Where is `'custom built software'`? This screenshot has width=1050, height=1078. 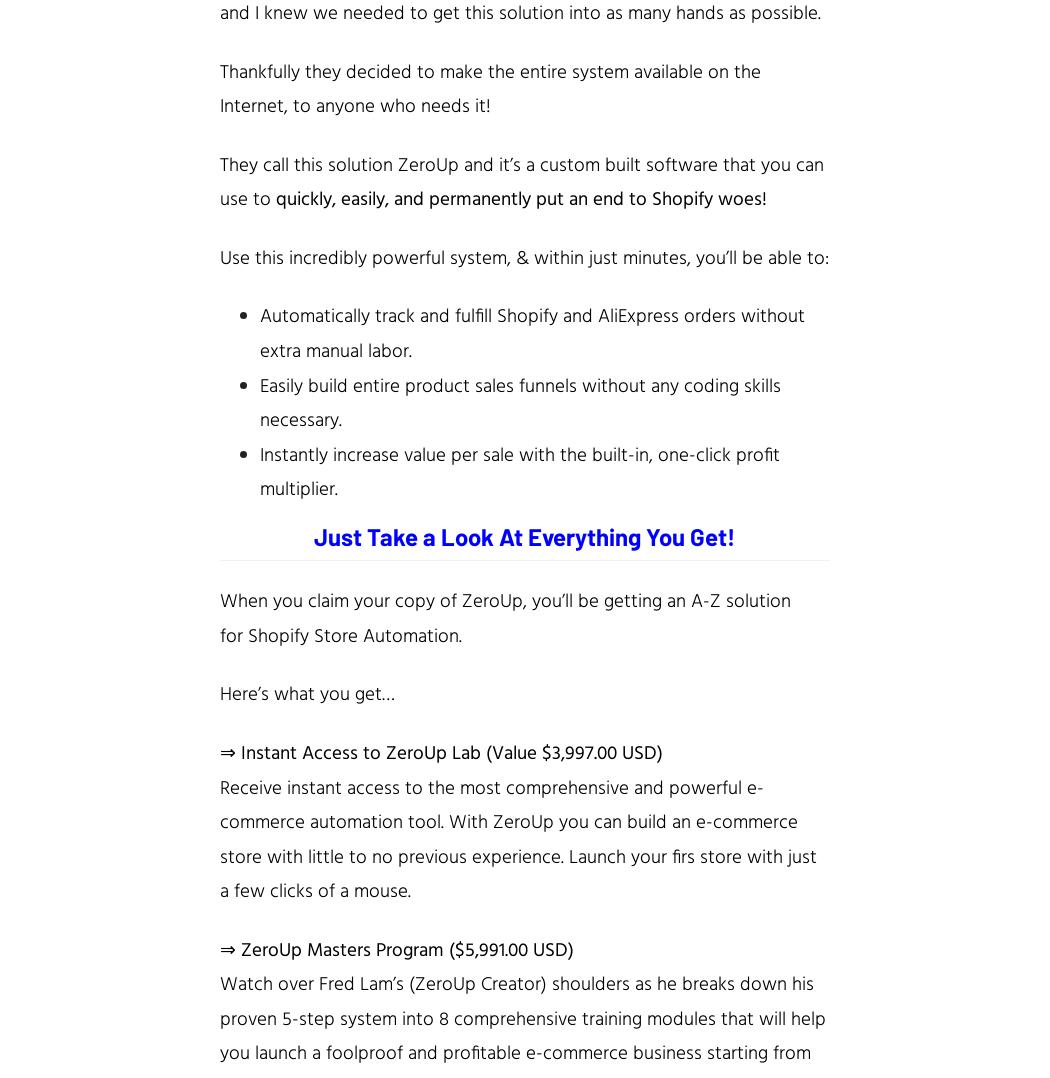
'custom built software' is located at coordinates (631, 164).